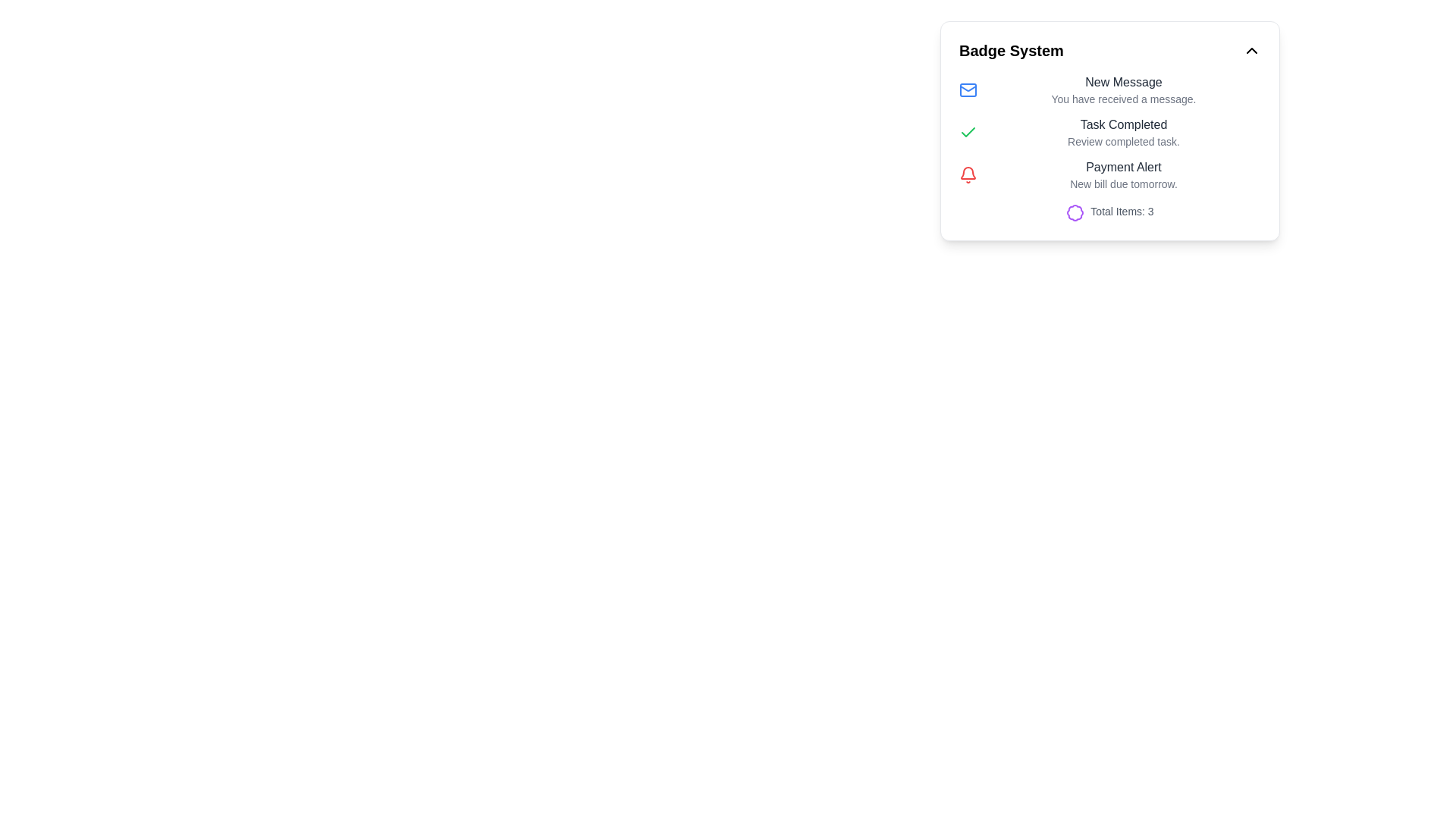  I want to click on purple badge icon located at the bottom left of the group containing the text 'Total Items: 3' by clicking on it, so click(1075, 213).